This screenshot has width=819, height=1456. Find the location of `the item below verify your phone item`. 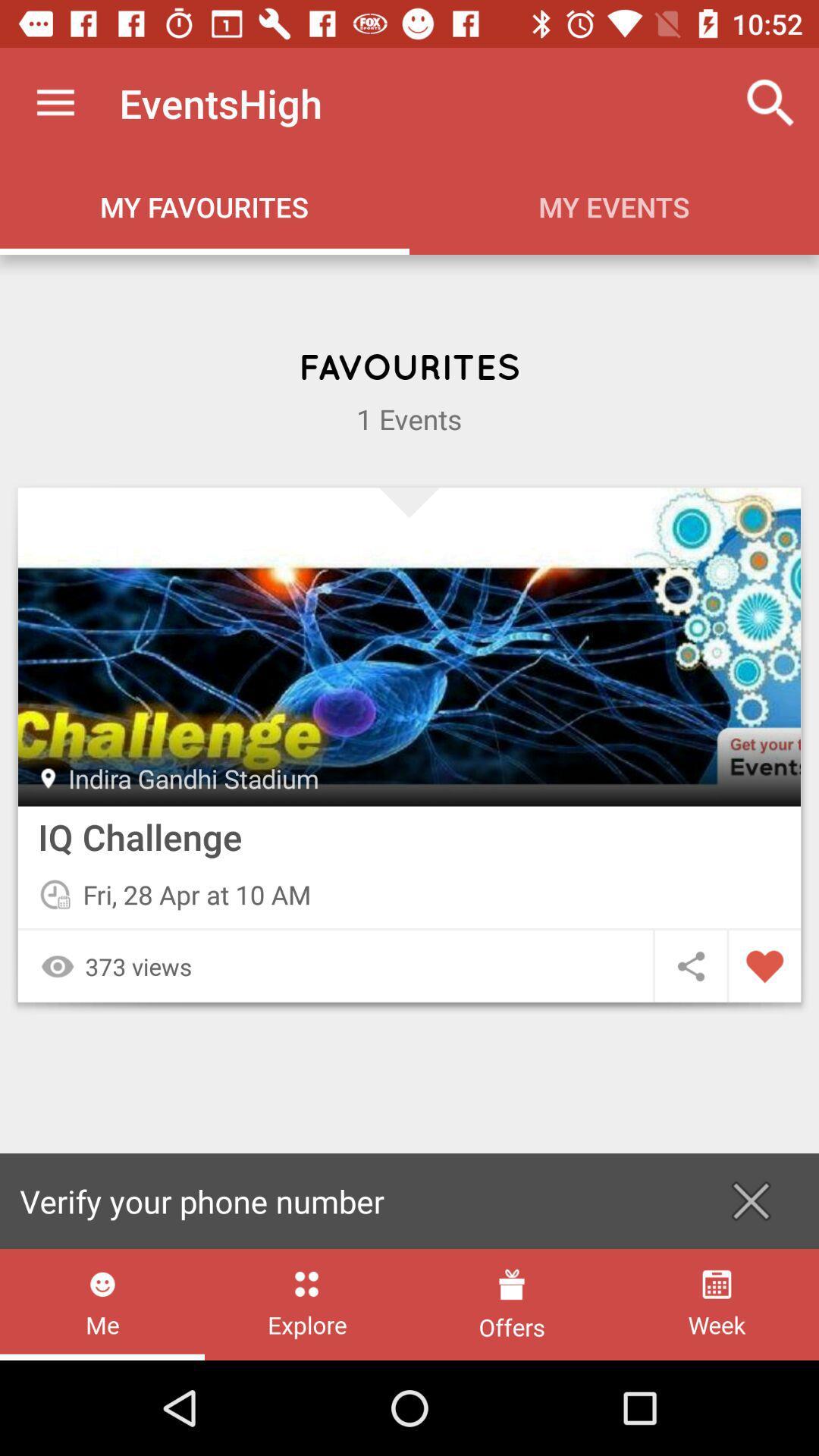

the item below verify your phone item is located at coordinates (307, 1304).